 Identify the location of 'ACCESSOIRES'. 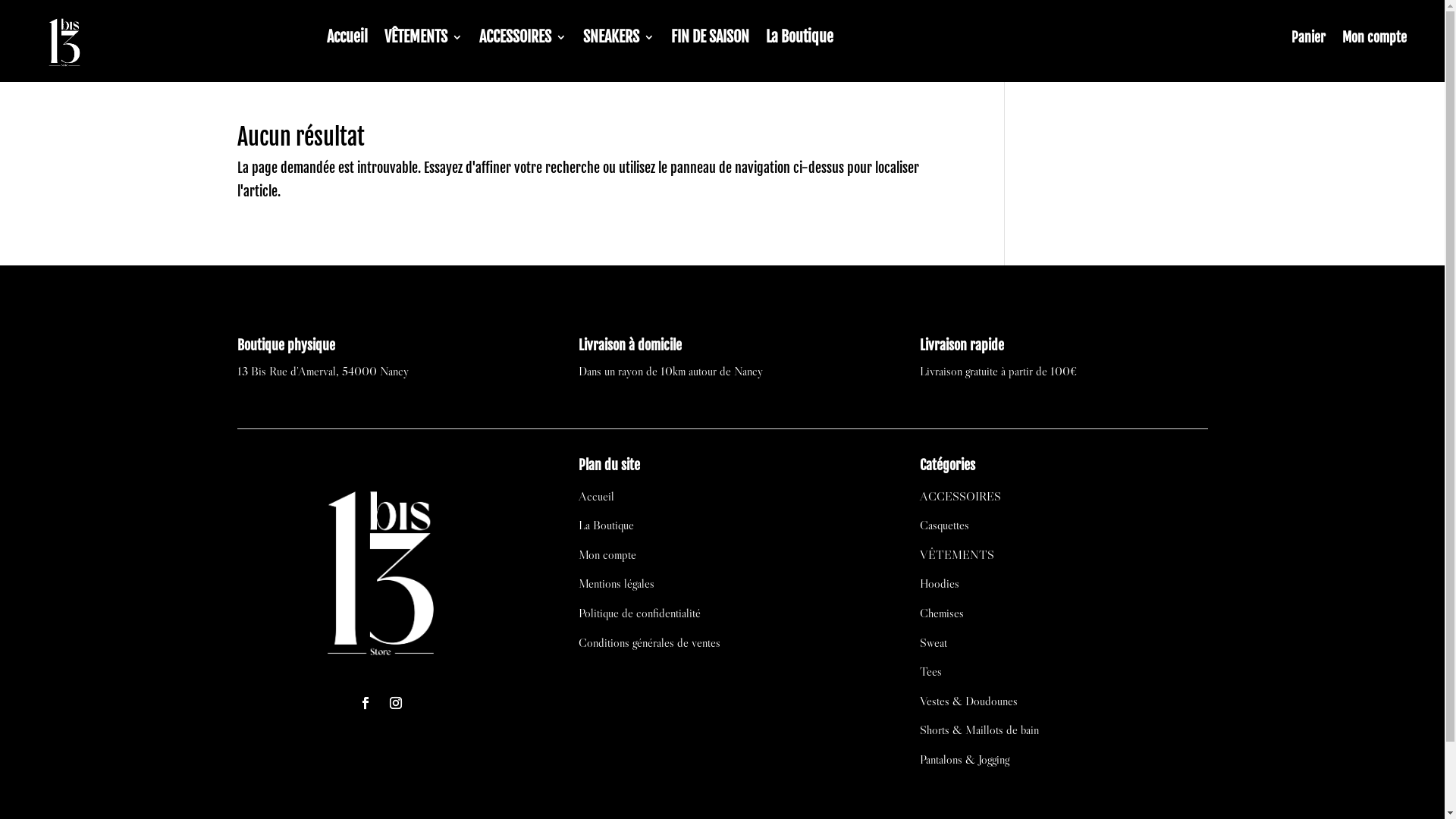
(959, 496).